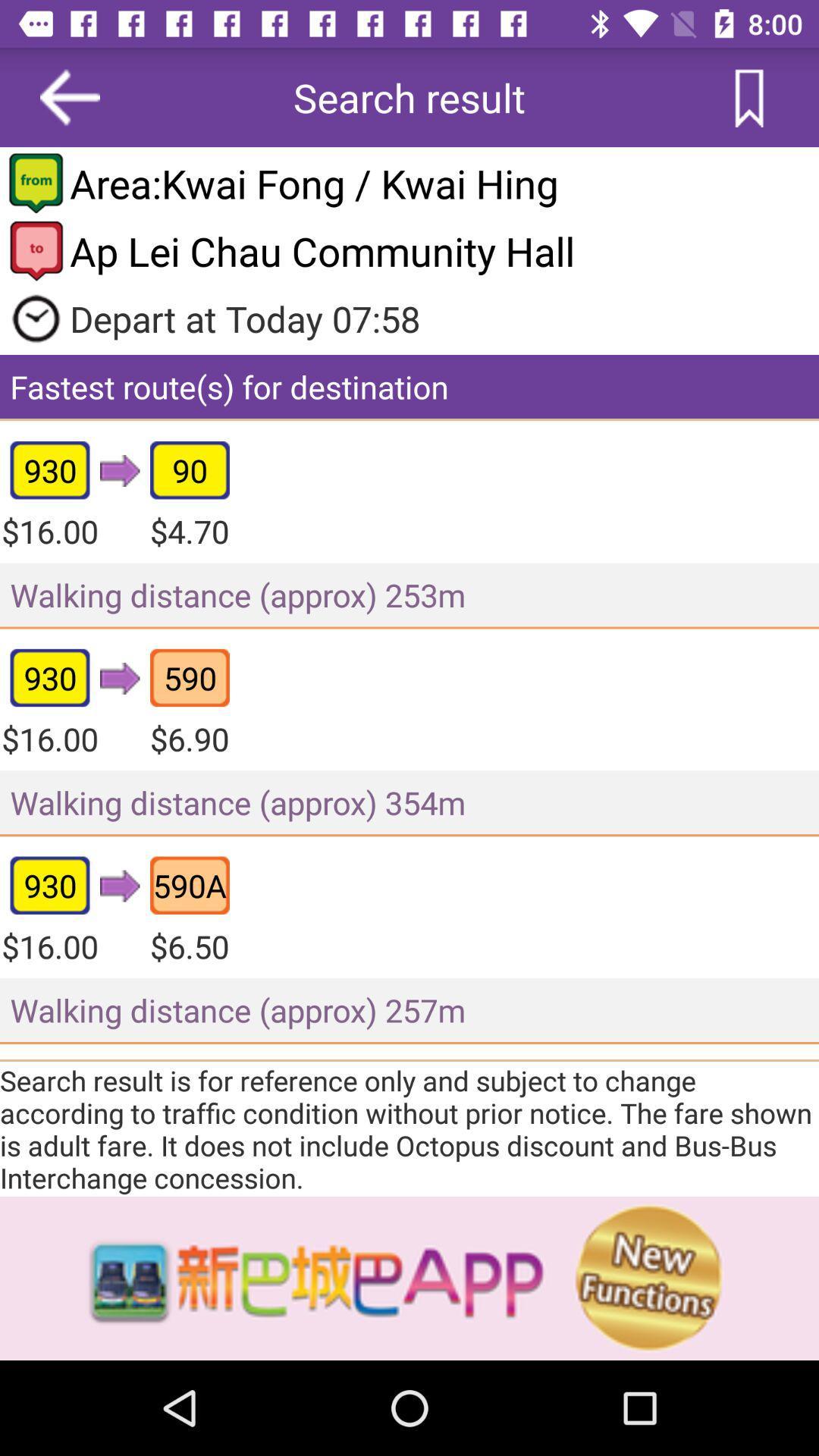  What do you see at coordinates (70, 96) in the screenshot?
I see `the arrow_backward icon` at bounding box center [70, 96].